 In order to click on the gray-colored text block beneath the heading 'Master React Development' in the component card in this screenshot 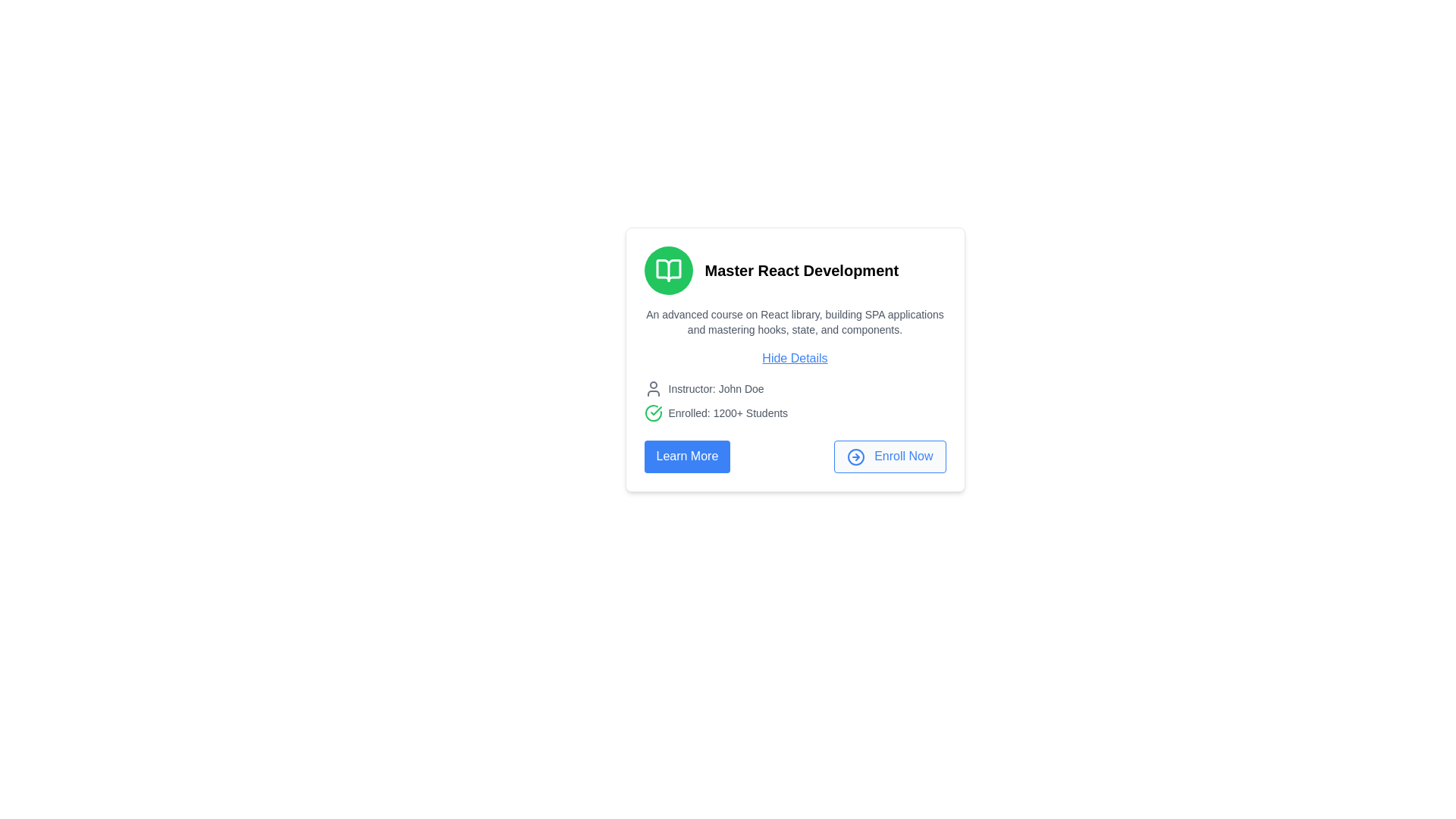, I will do `click(794, 321)`.